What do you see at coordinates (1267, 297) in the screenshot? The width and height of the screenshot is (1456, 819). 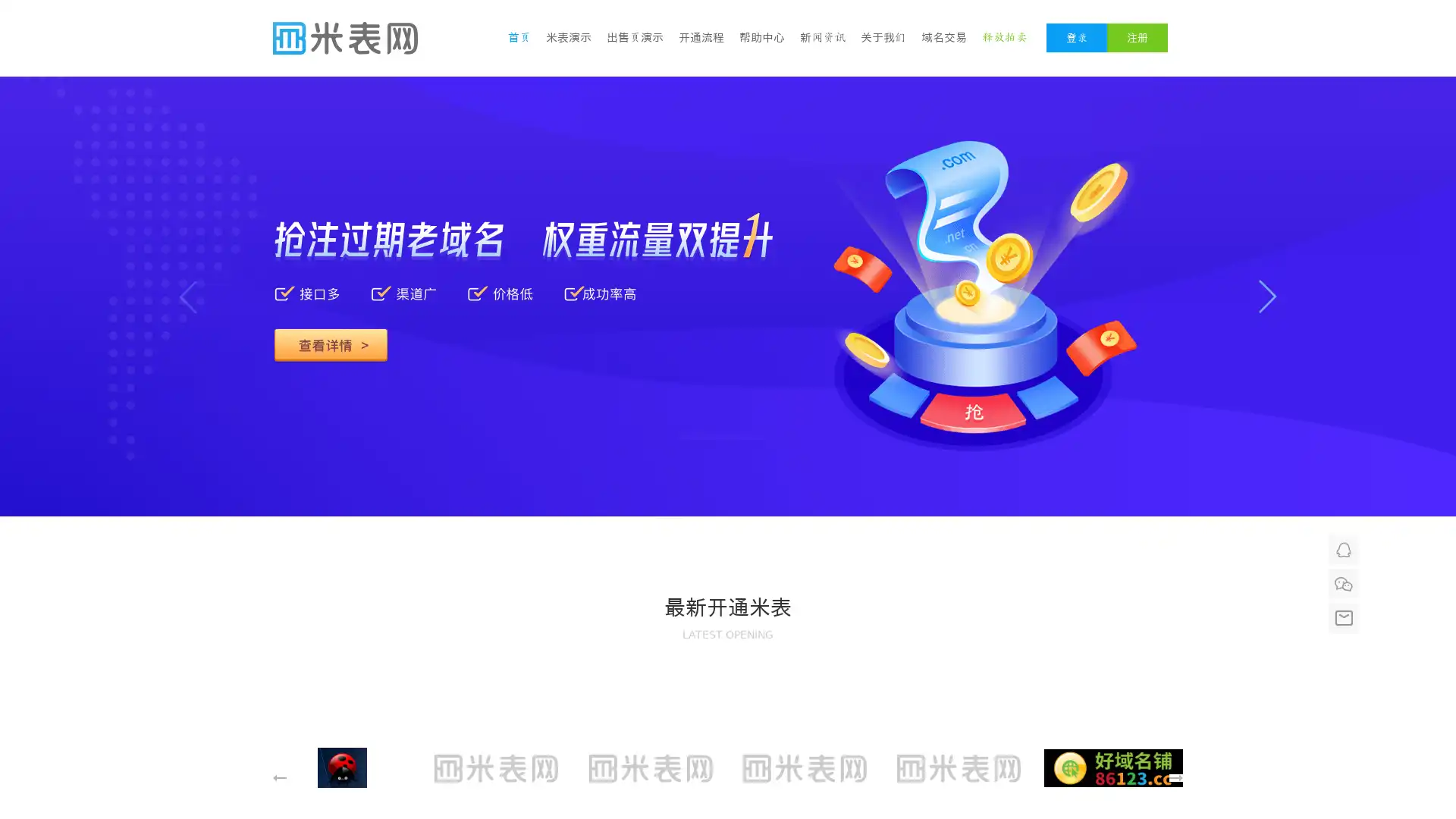 I see `Next slide` at bounding box center [1267, 297].